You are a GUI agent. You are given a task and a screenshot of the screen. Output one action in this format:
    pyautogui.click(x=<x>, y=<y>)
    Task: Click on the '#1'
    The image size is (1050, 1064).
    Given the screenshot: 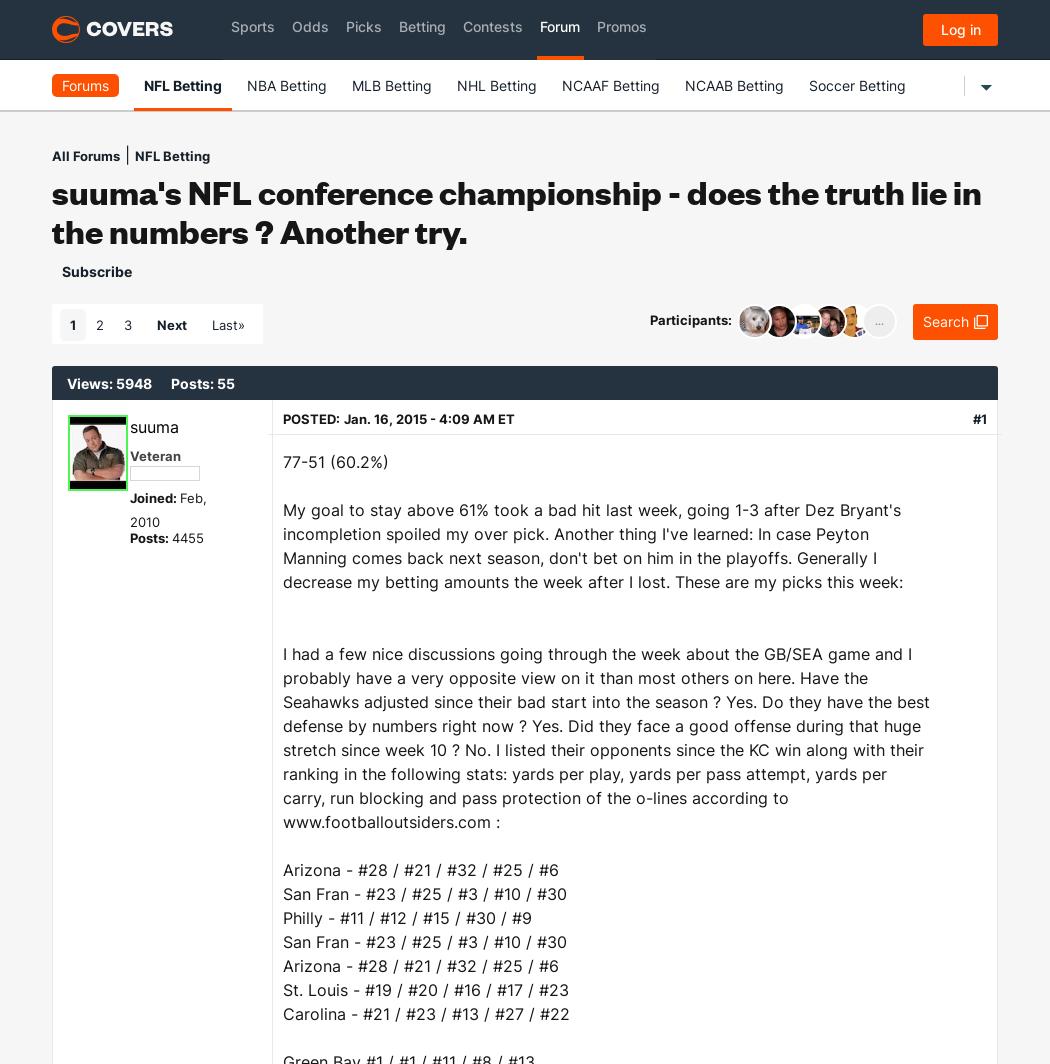 What is the action you would take?
    pyautogui.click(x=979, y=418)
    